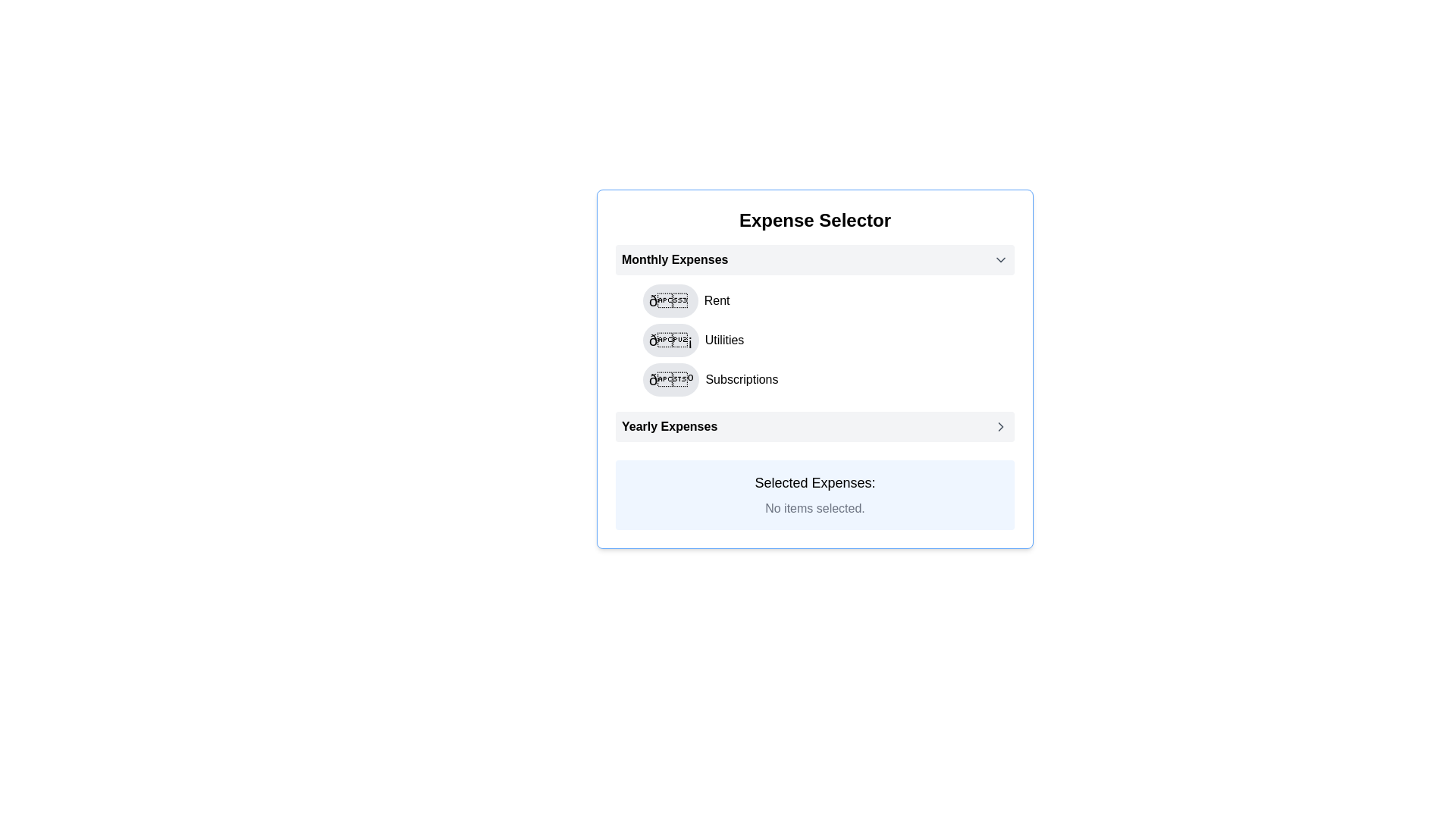 The image size is (1456, 819). What do you see at coordinates (723, 339) in the screenshot?
I see `the second text label in the 'Monthly Expenses' section, which describes an expense category and is located immediately to the right of a circular icon` at bounding box center [723, 339].